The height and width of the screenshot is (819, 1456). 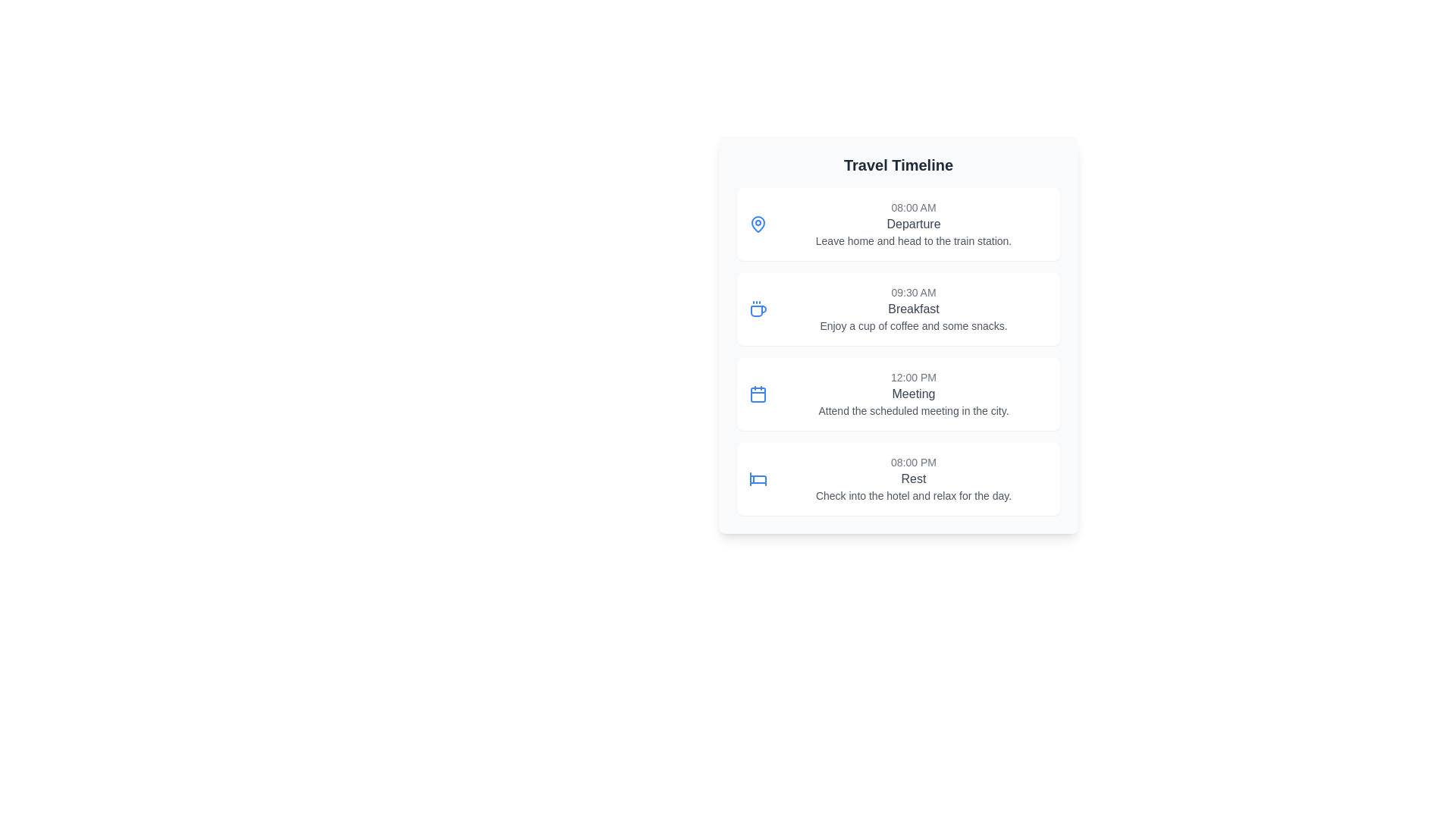 What do you see at coordinates (899, 165) in the screenshot?
I see `the text label at the top of the card that indicates the timeline of travel-related events` at bounding box center [899, 165].